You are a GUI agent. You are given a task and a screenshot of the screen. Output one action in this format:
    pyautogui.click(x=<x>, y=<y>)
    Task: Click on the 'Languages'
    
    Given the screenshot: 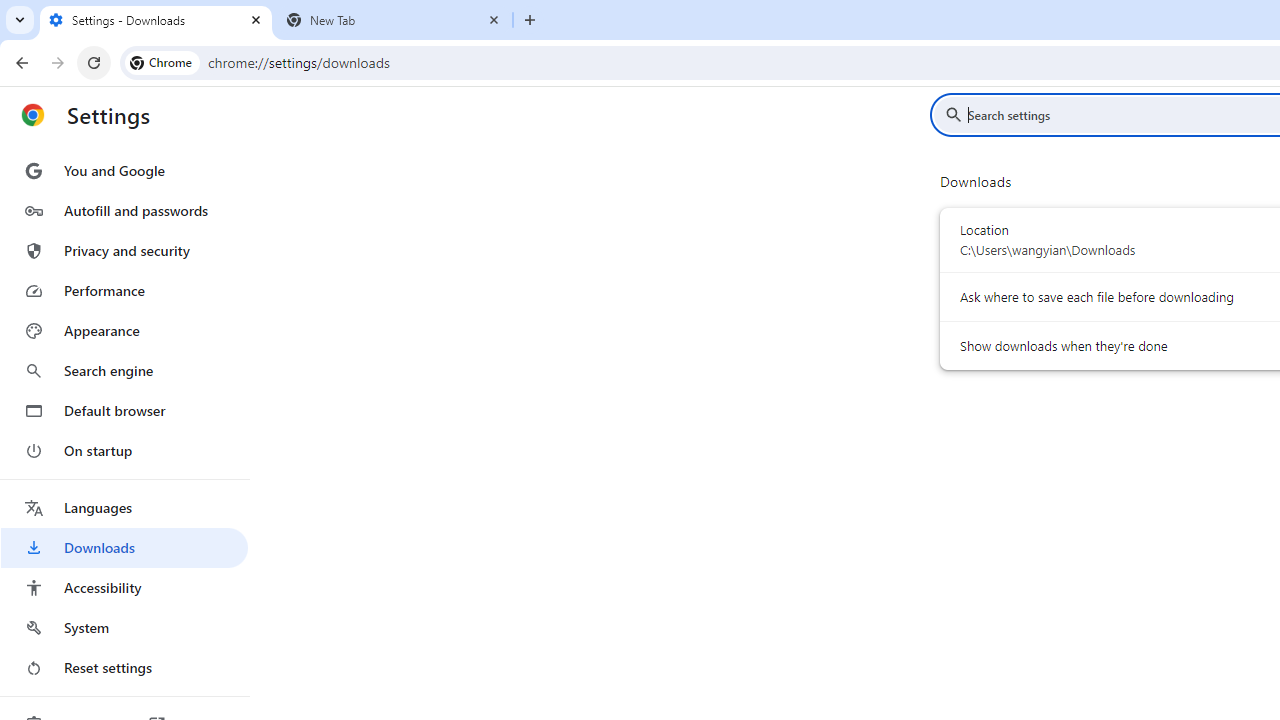 What is the action you would take?
    pyautogui.click(x=123, y=506)
    